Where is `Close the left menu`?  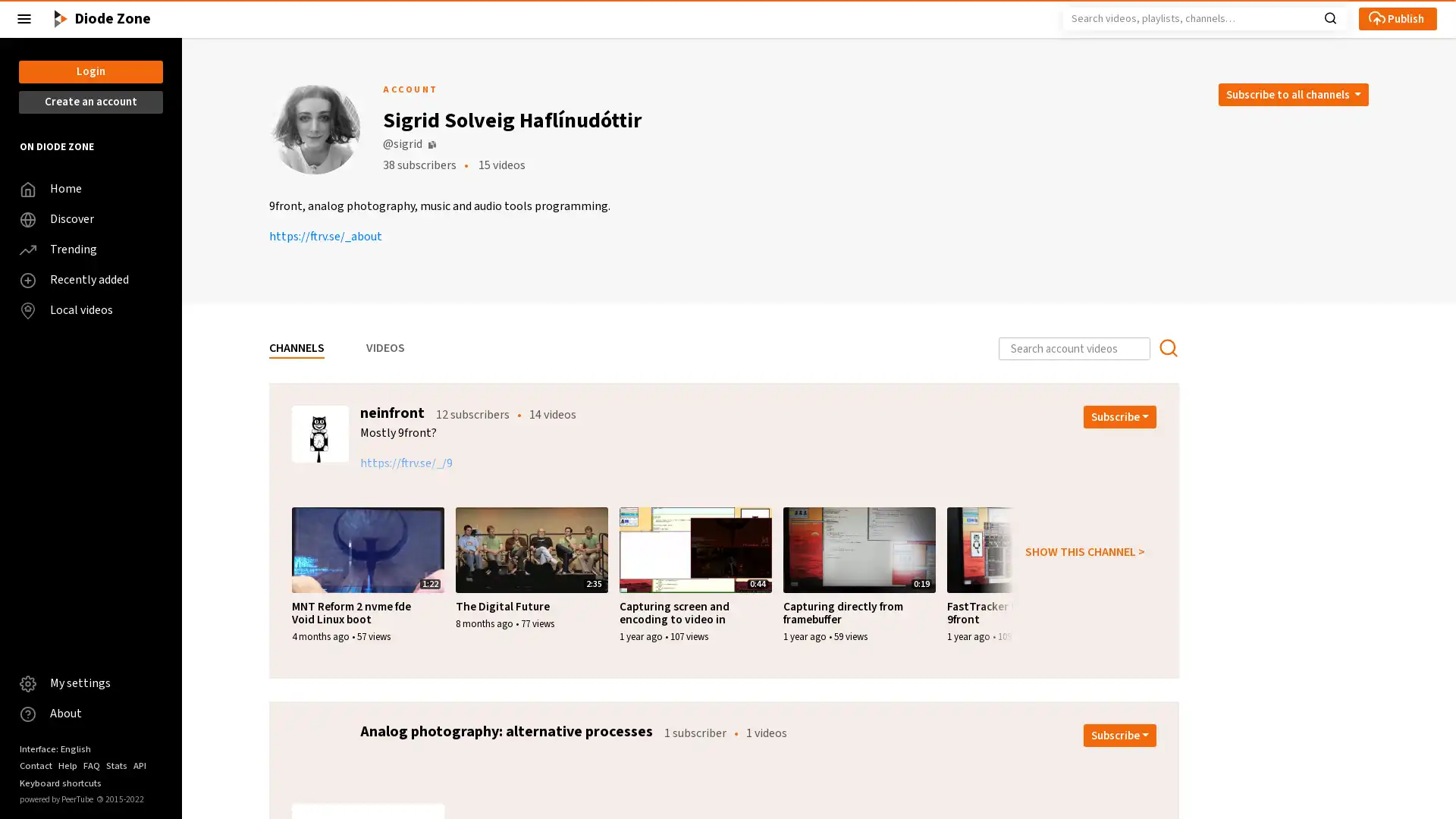 Close the left menu is located at coordinates (24, 18).